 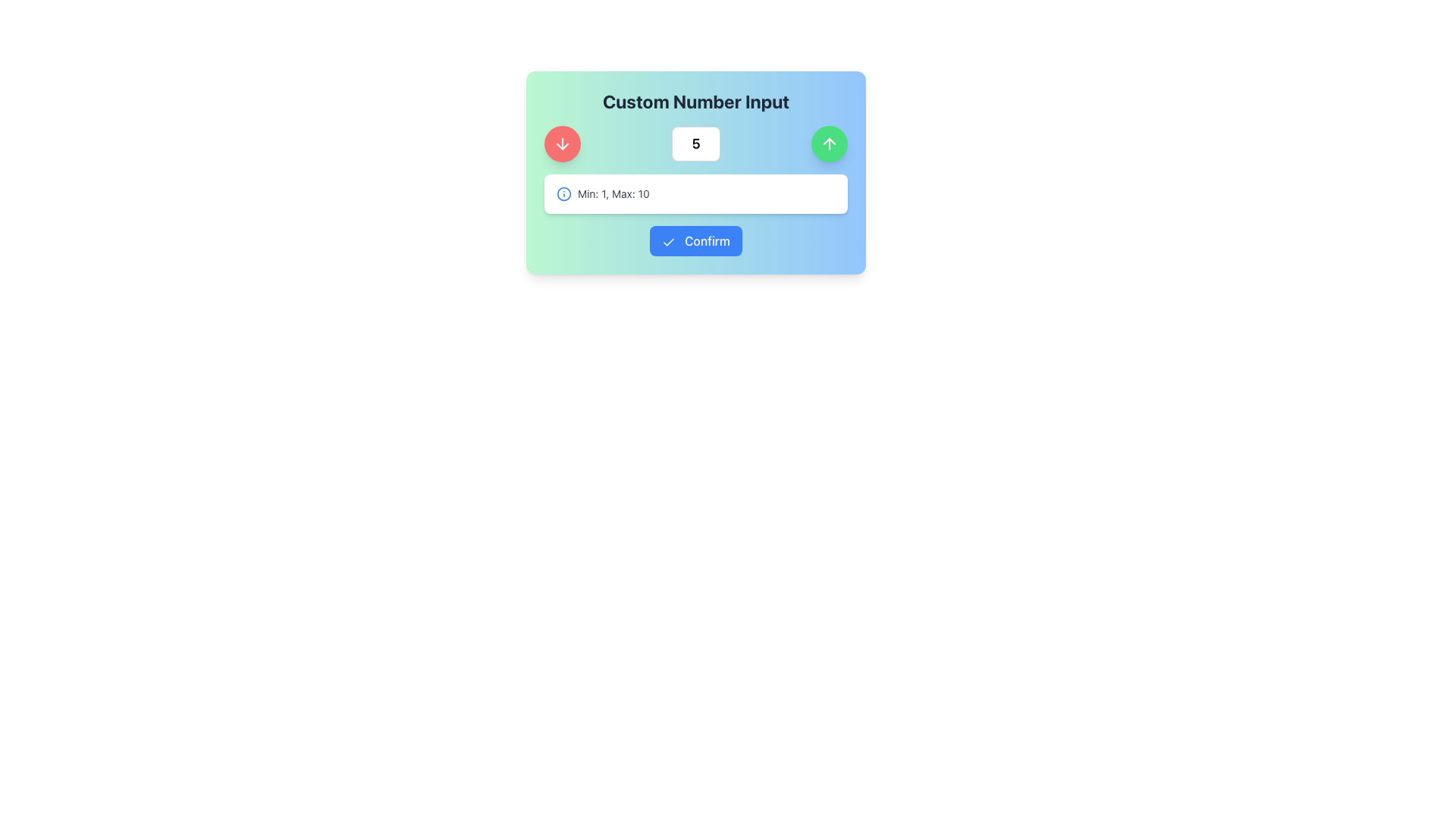 What do you see at coordinates (695, 240) in the screenshot?
I see `the confirmation button located at the center of the bounding box` at bounding box center [695, 240].